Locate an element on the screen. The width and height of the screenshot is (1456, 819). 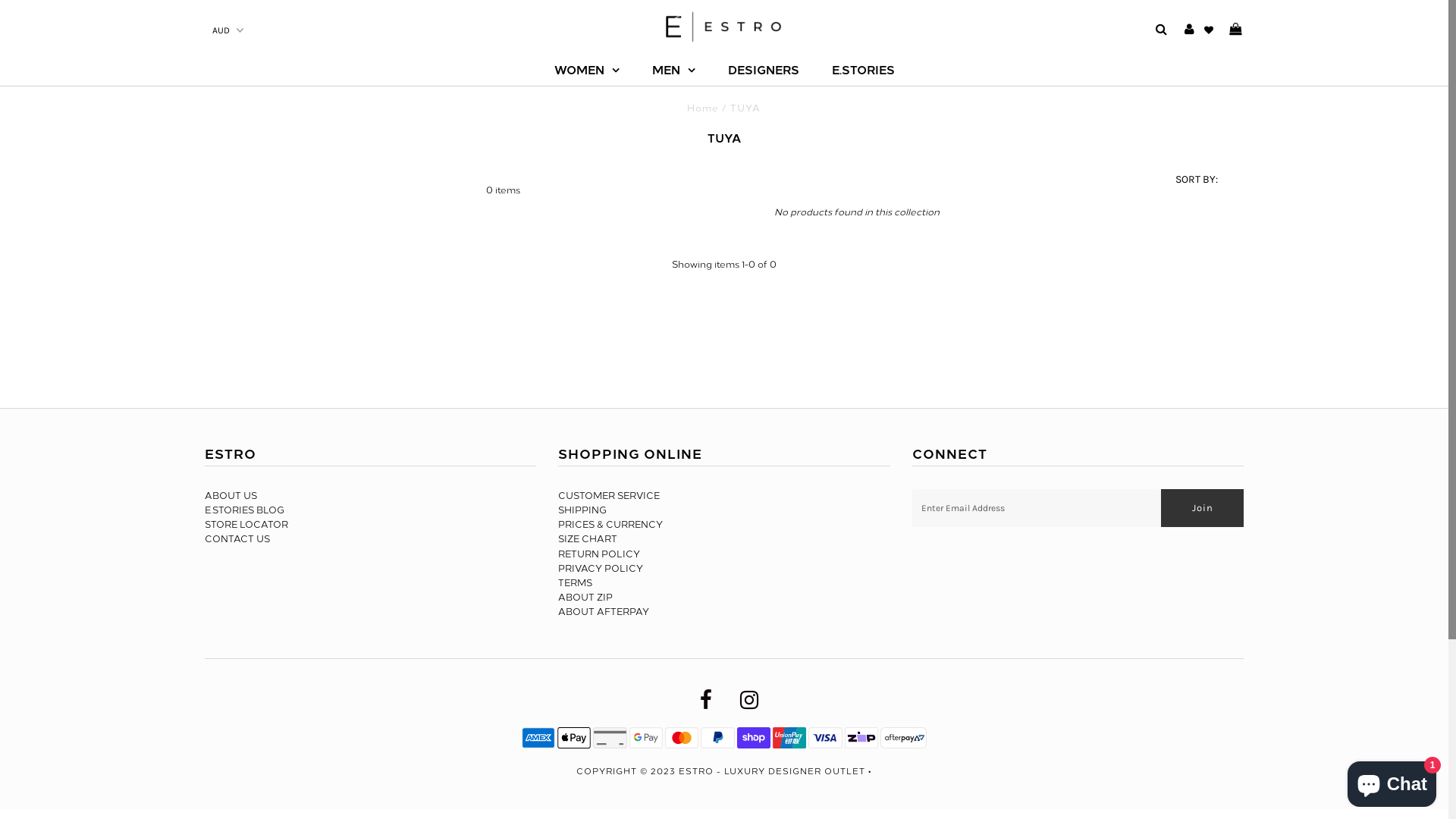
' ' is located at coordinates (1229, 30).